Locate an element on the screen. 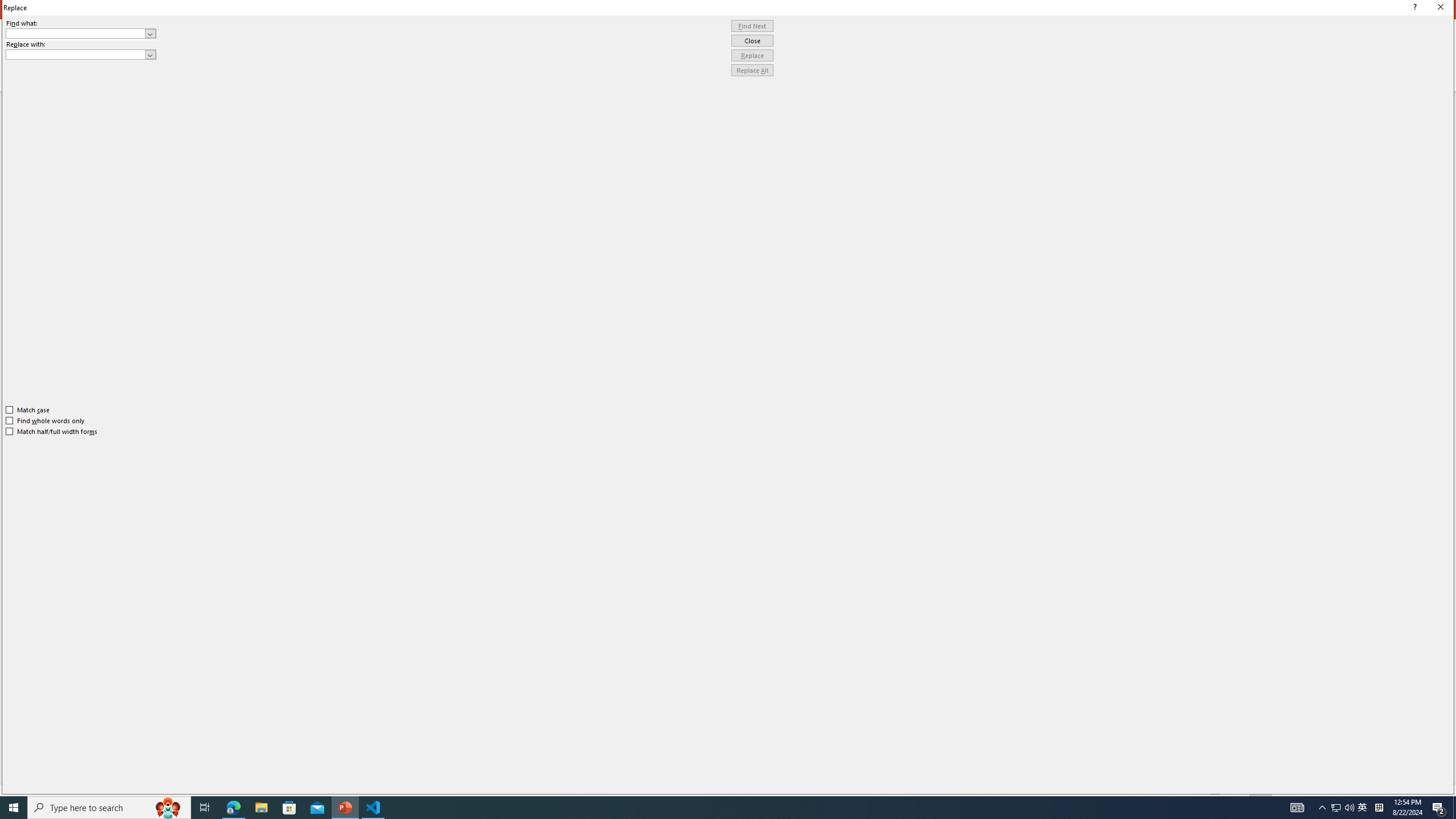  'Context help' is located at coordinates (1413, 9).